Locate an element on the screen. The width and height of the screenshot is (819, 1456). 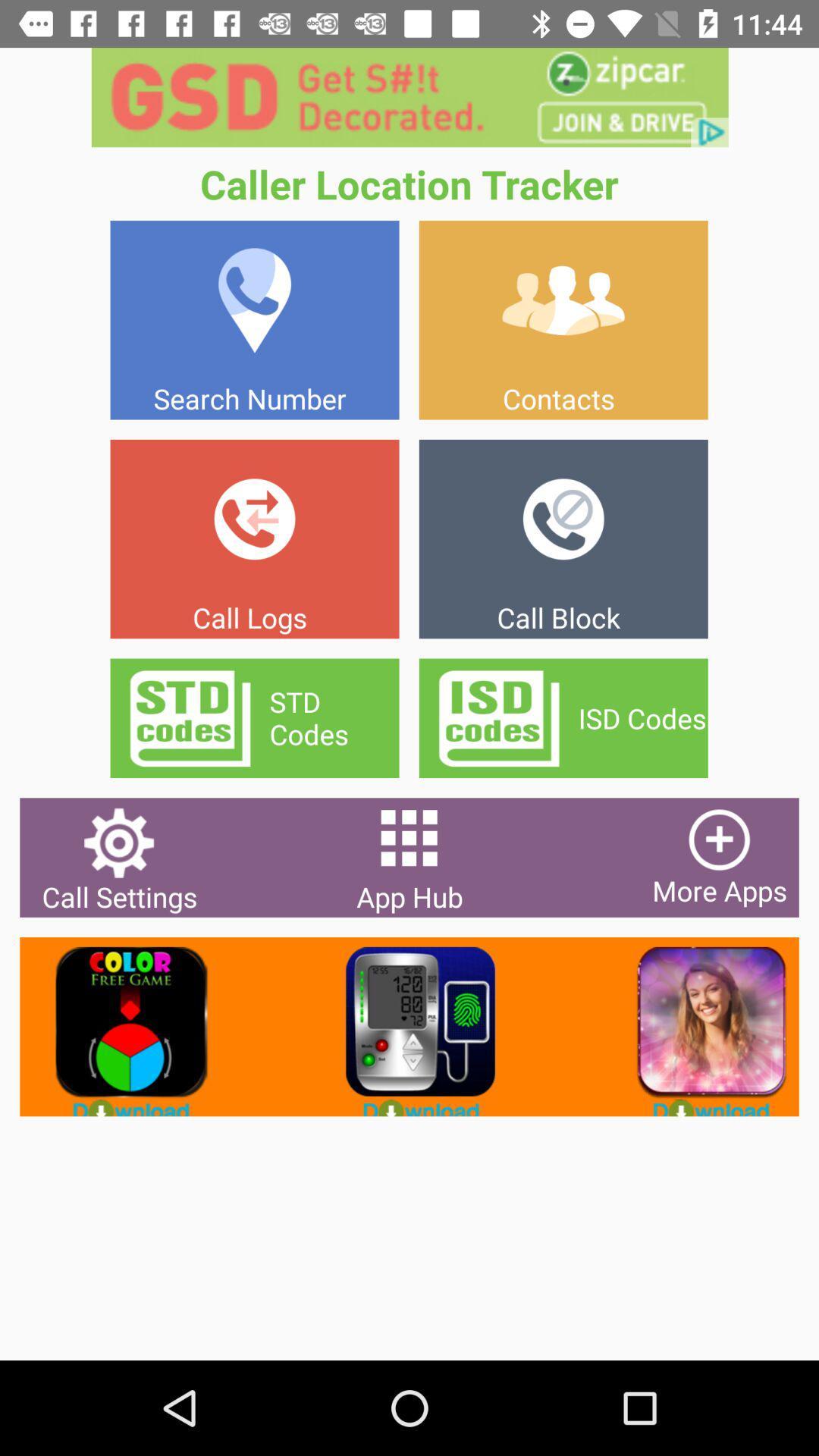
advertisement is located at coordinates (409, 96).